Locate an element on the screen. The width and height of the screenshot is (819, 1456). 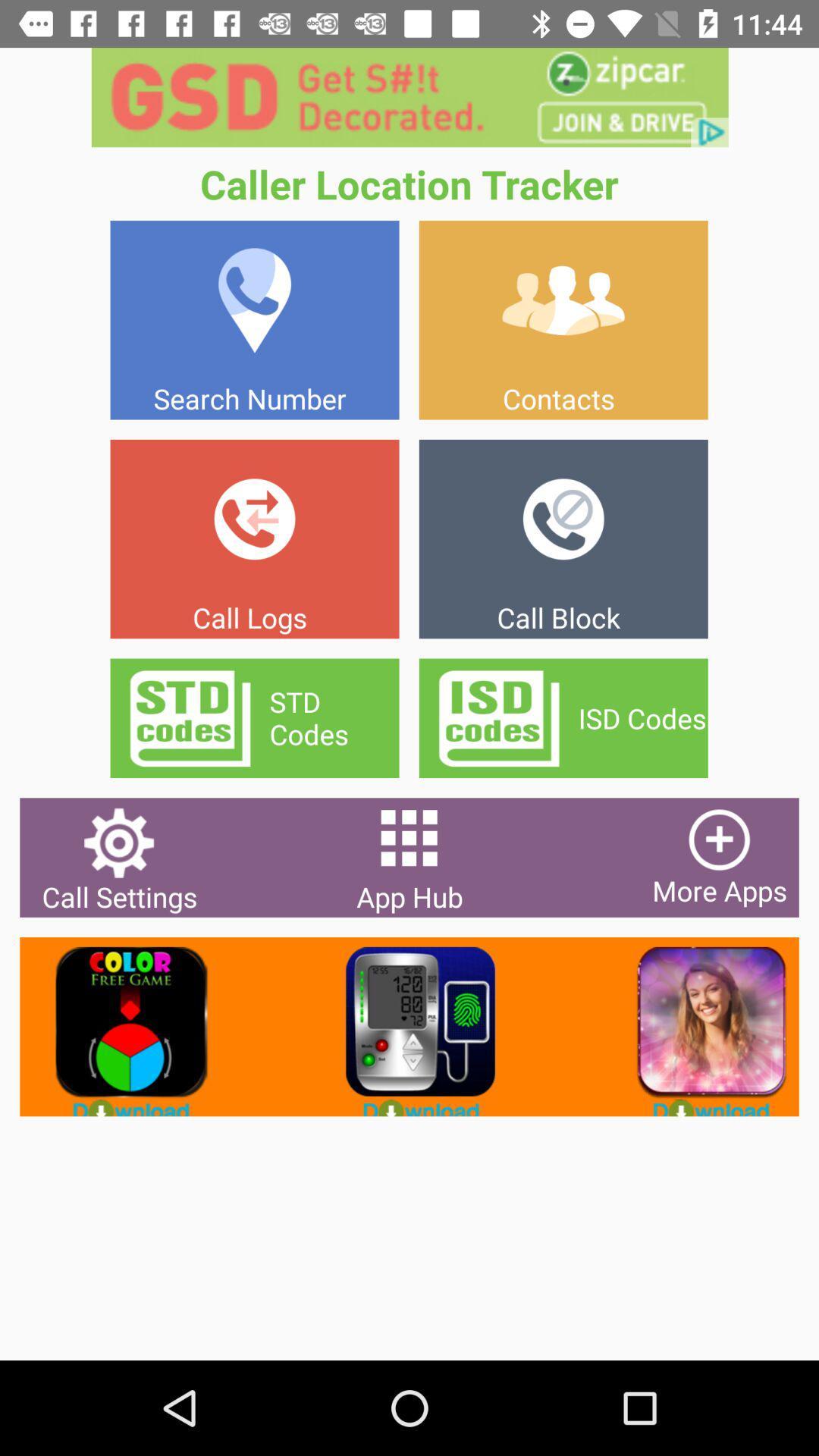
advertisement is located at coordinates (409, 96).